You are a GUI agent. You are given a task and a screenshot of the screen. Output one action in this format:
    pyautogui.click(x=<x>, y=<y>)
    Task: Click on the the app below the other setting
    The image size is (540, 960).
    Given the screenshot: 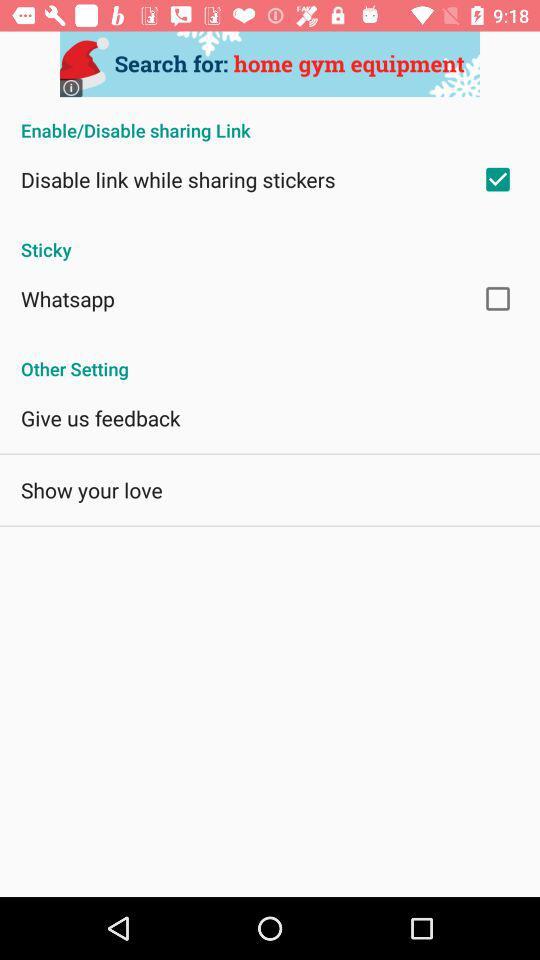 What is the action you would take?
    pyautogui.click(x=99, y=417)
    